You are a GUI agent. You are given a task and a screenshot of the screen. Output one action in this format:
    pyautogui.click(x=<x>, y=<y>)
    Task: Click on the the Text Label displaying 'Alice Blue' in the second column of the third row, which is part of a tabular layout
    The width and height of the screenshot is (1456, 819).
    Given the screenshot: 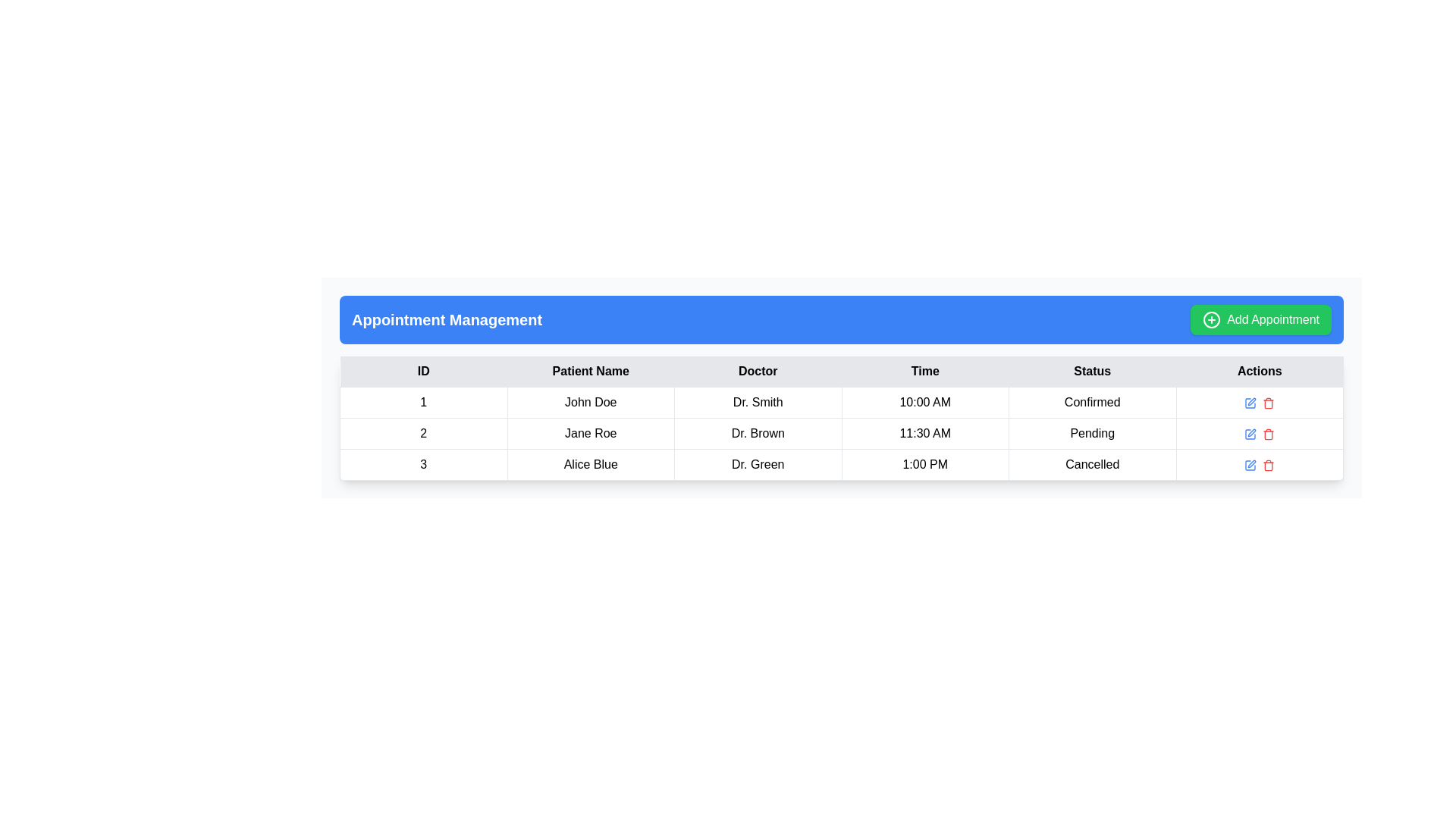 What is the action you would take?
    pyautogui.click(x=590, y=464)
    